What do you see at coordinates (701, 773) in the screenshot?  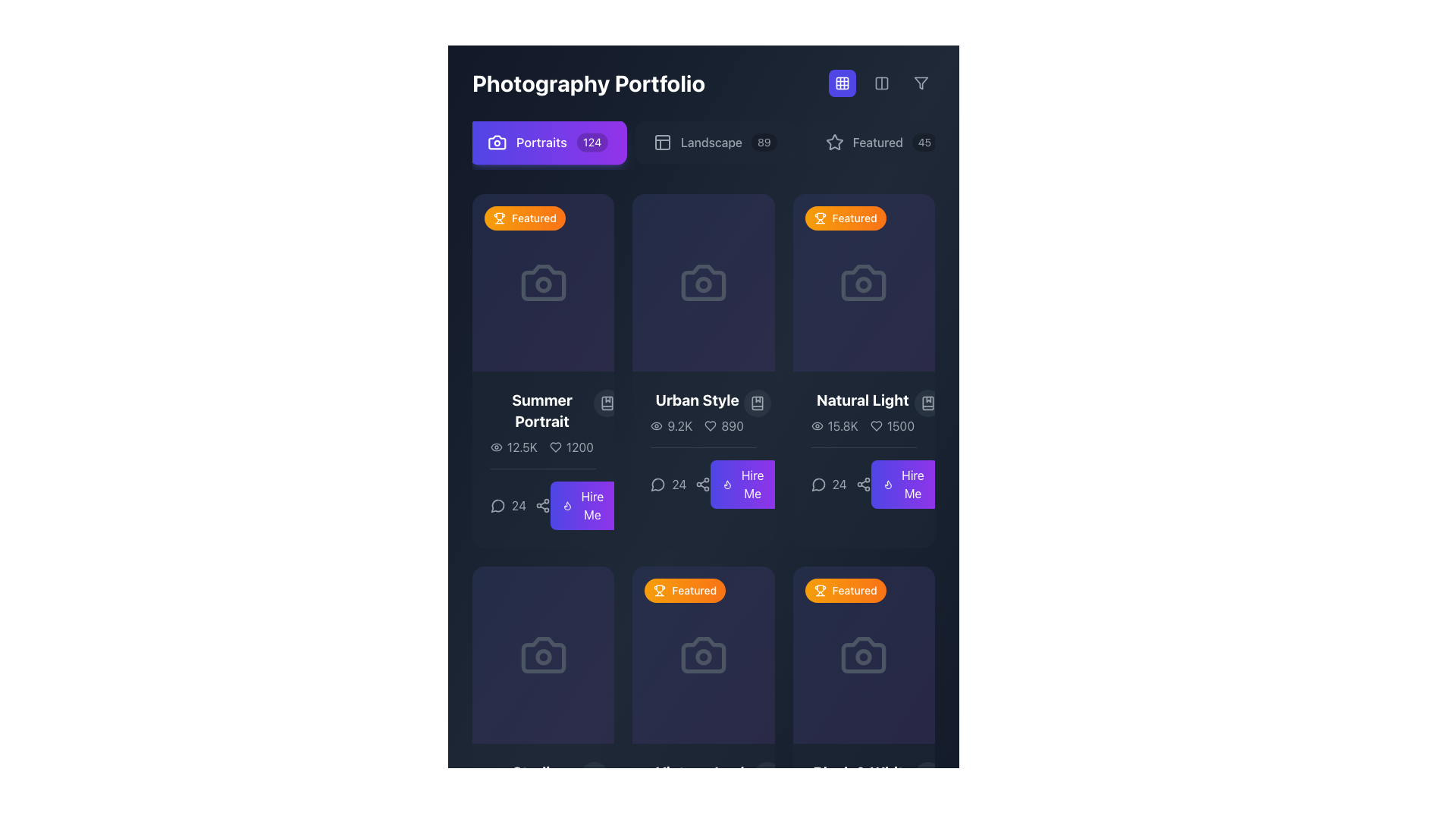 I see `the static text label located in the bottom row of the grid layout, specifically in the third column from the left` at bounding box center [701, 773].